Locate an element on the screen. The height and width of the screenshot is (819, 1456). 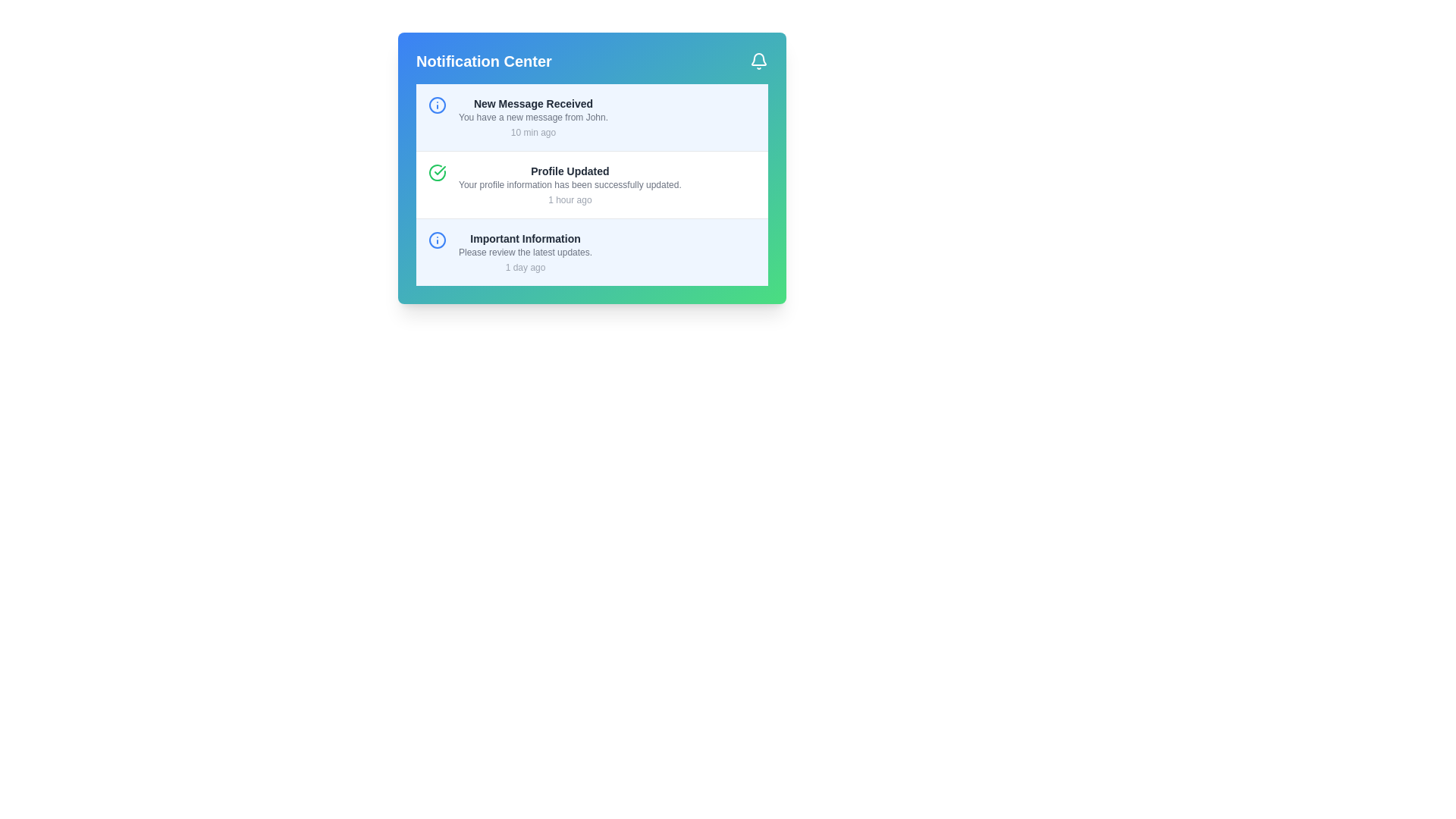
bold text label 'Notification Center' which is prominently displayed in the header of the notification section against a gradient blue-green background is located at coordinates (483, 61).